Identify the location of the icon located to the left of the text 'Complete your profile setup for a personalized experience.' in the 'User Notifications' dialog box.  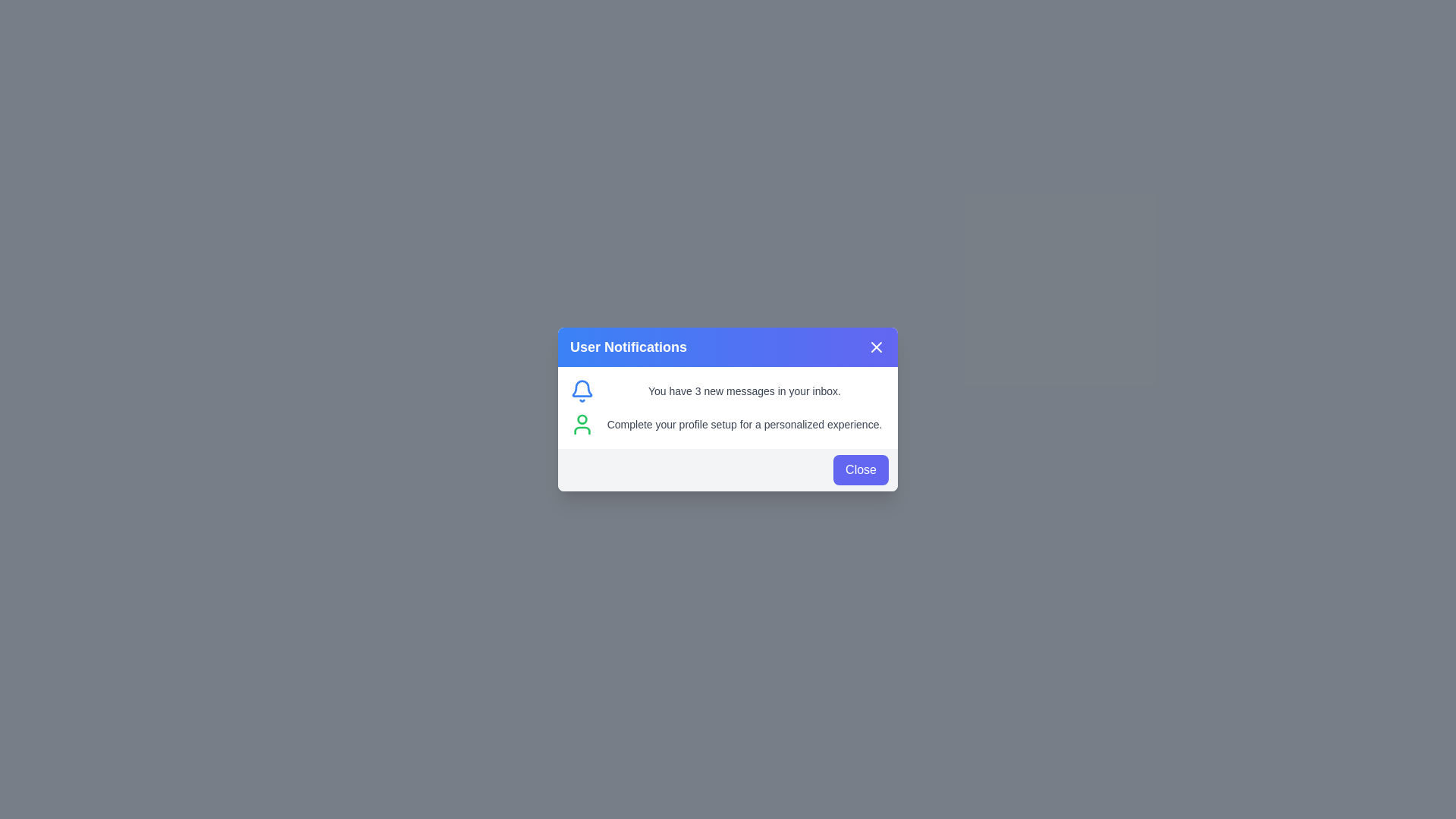
(582, 424).